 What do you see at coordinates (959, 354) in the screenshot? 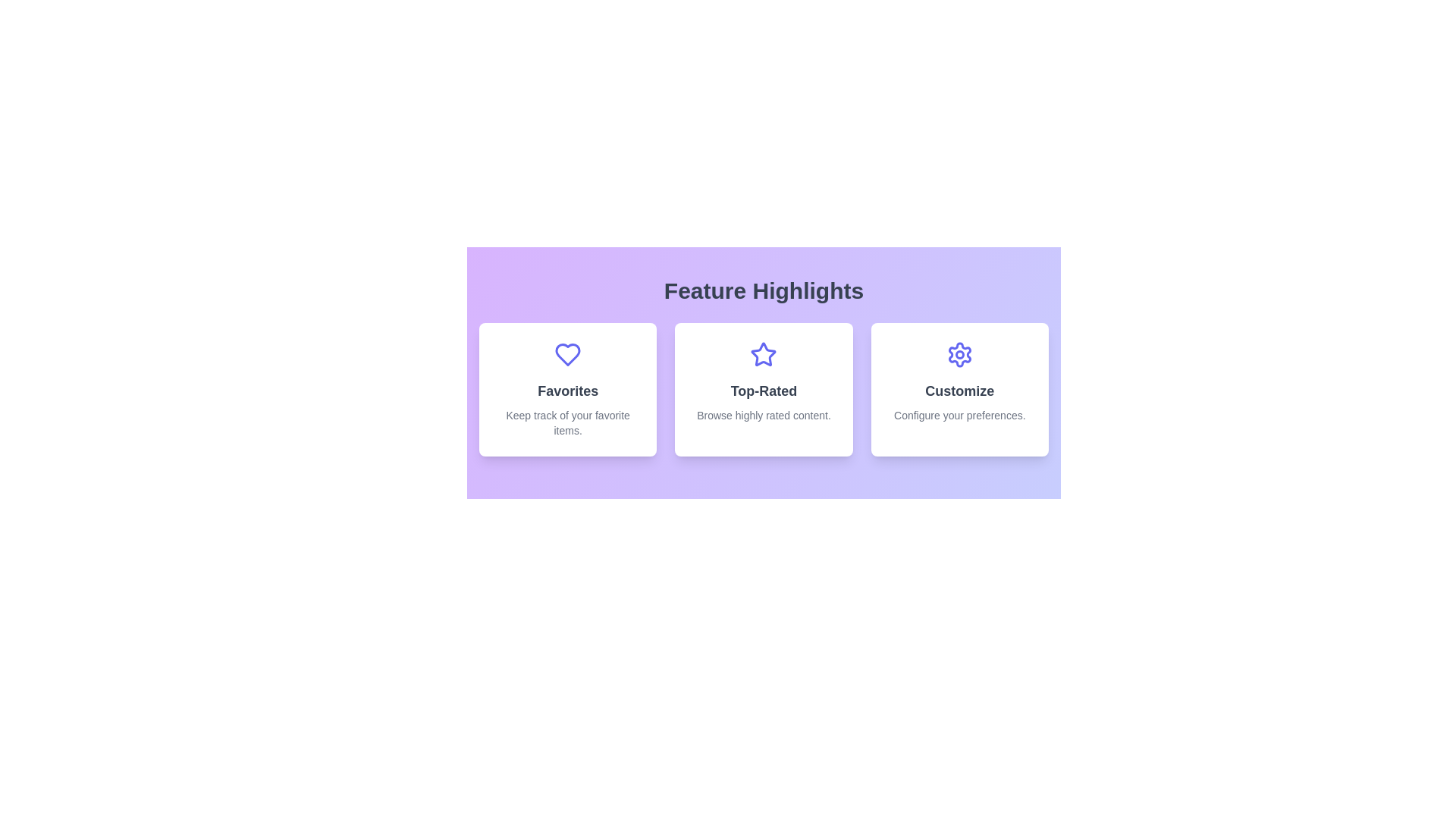
I see `the circular dot at the center of the gear icon, which is part of the 'Feature Highlights' group on the right` at bounding box center [959, 354].